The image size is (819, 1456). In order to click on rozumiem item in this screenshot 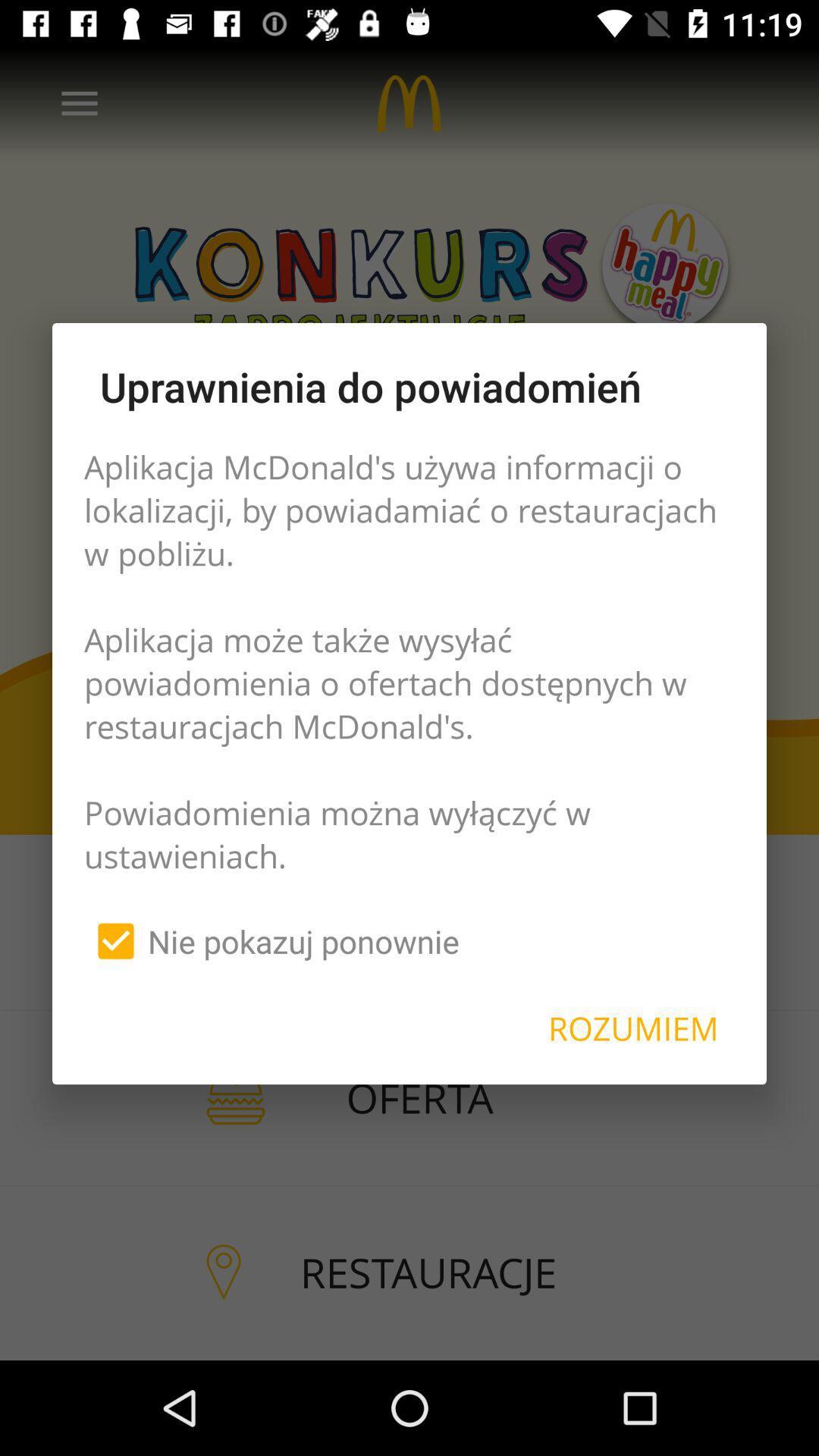, I will do `click(633, 1028)`.